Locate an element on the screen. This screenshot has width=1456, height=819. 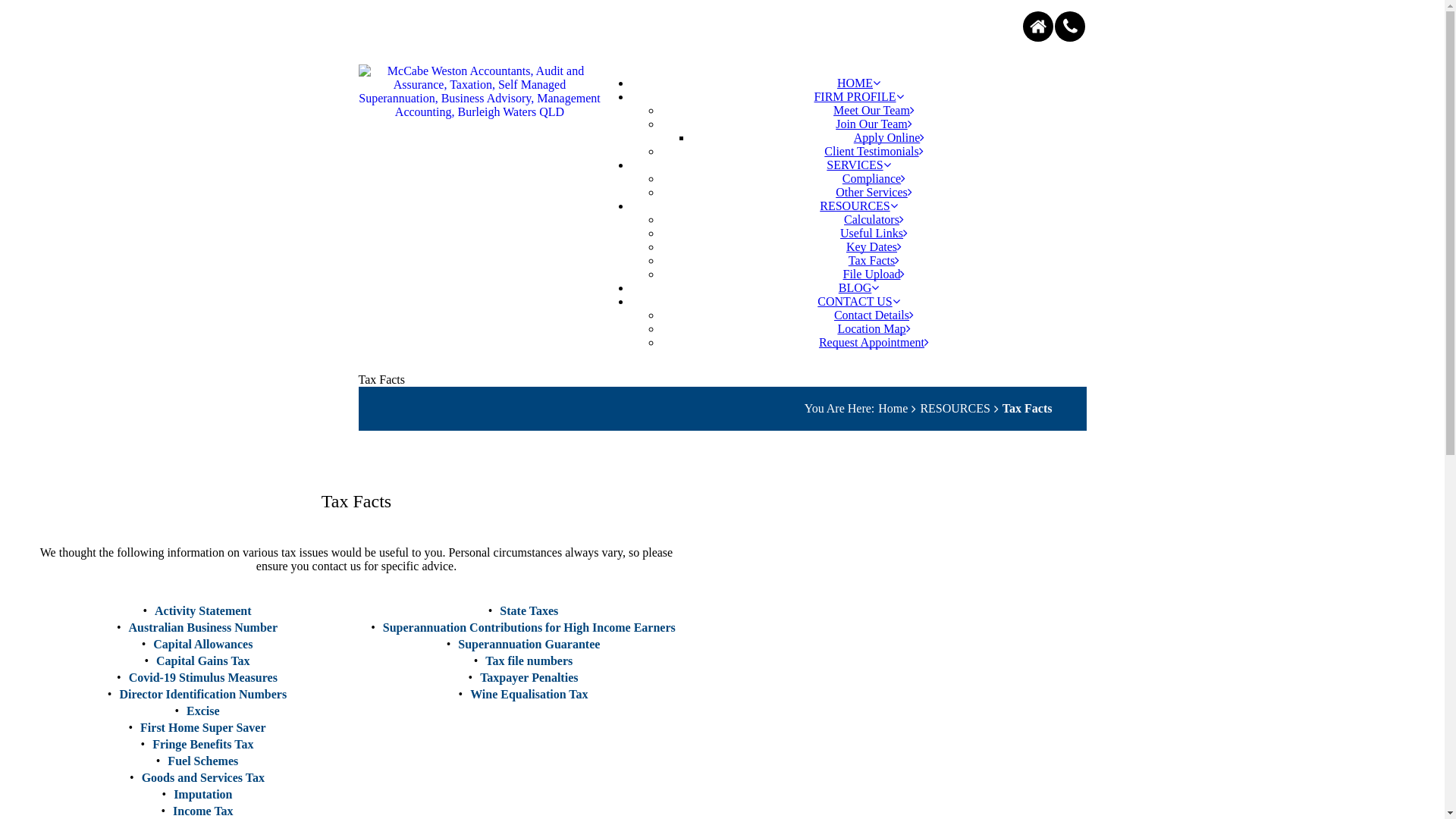
'State Taxes' is located at coordinates (529, 610).